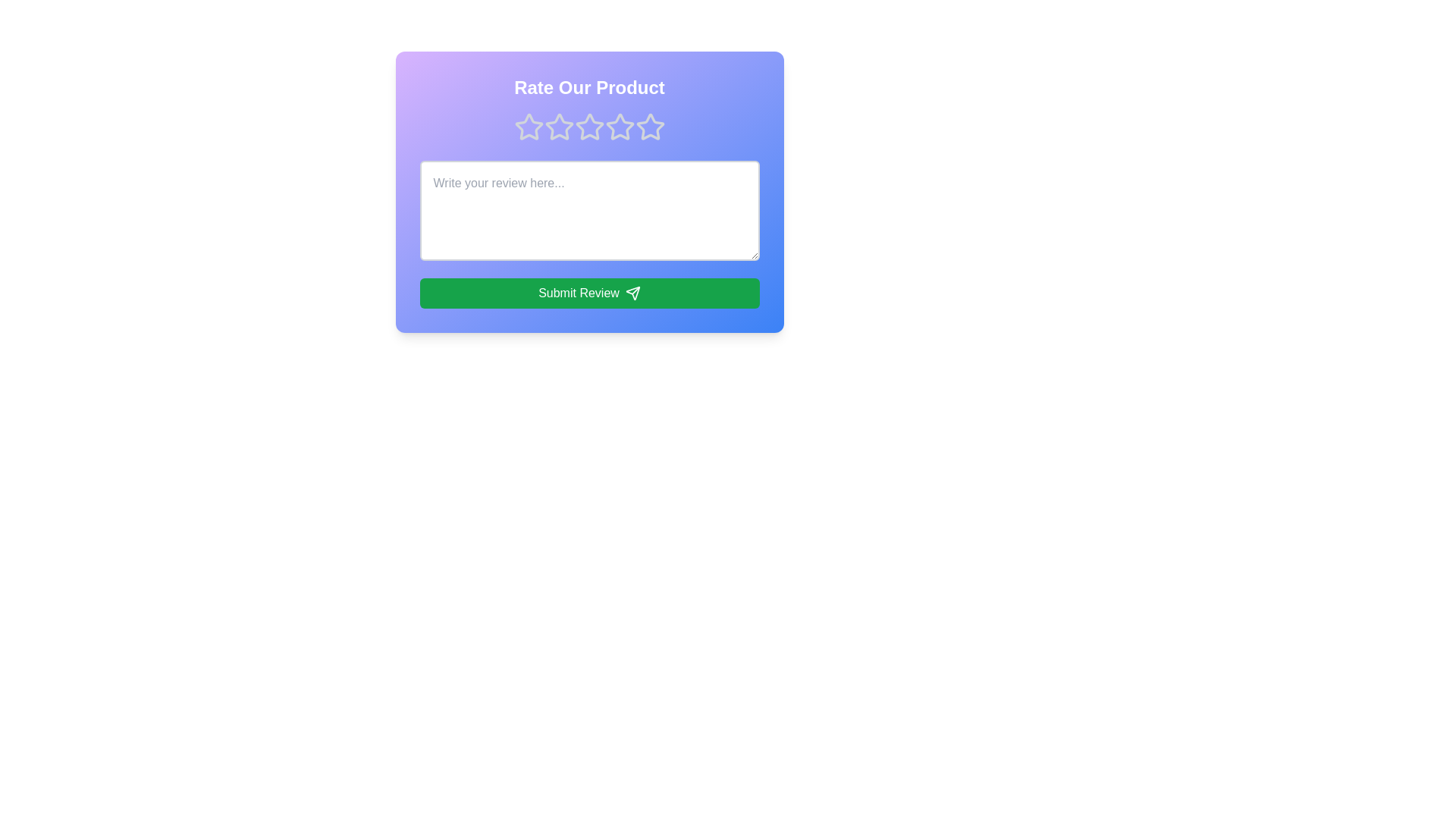 This screenshot has height=819, width=1456. I want to click on the third hollow star icon in the rating widget, so click(620, 126).